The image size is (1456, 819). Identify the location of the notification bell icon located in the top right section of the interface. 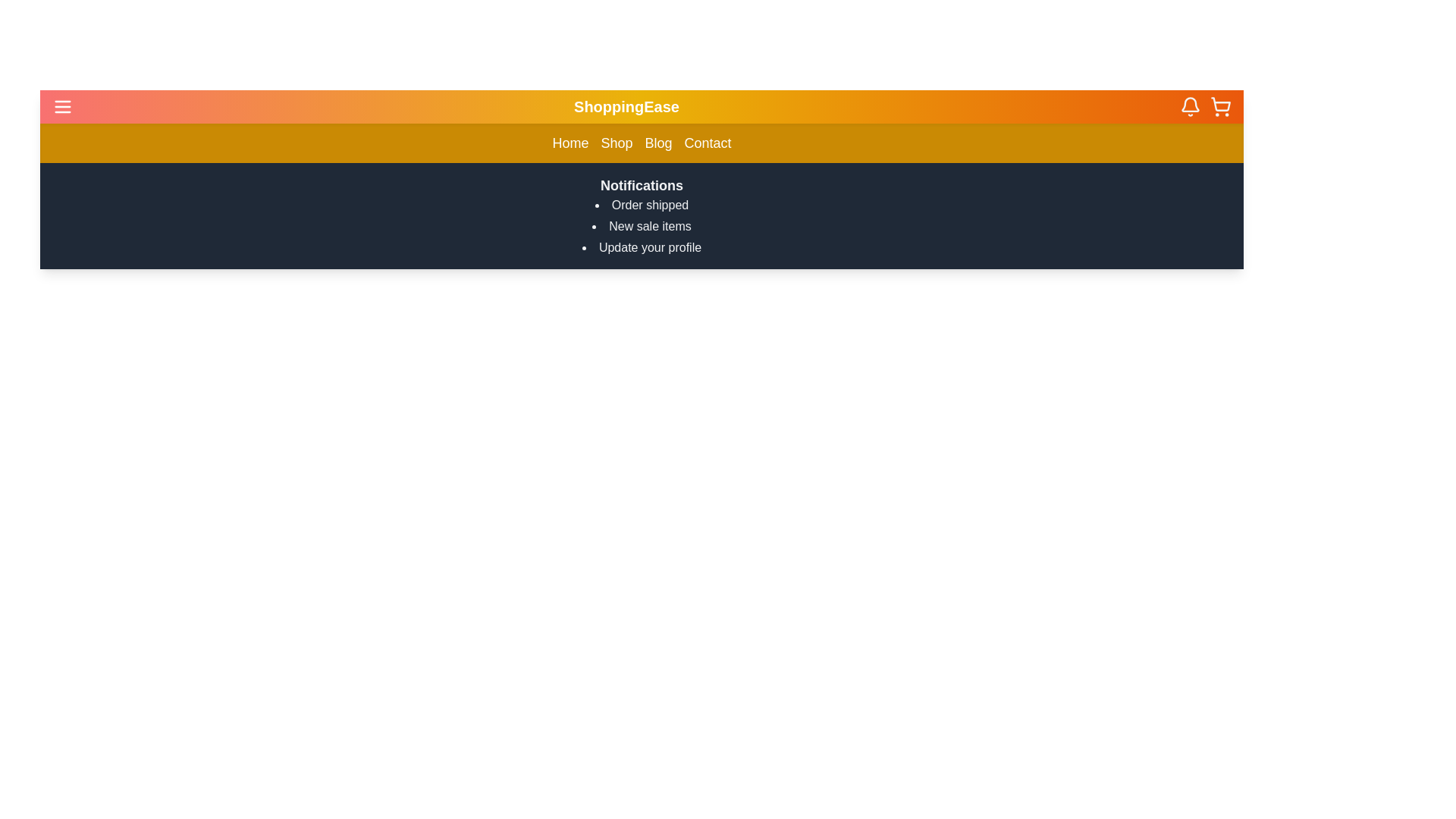
(1189, 104).